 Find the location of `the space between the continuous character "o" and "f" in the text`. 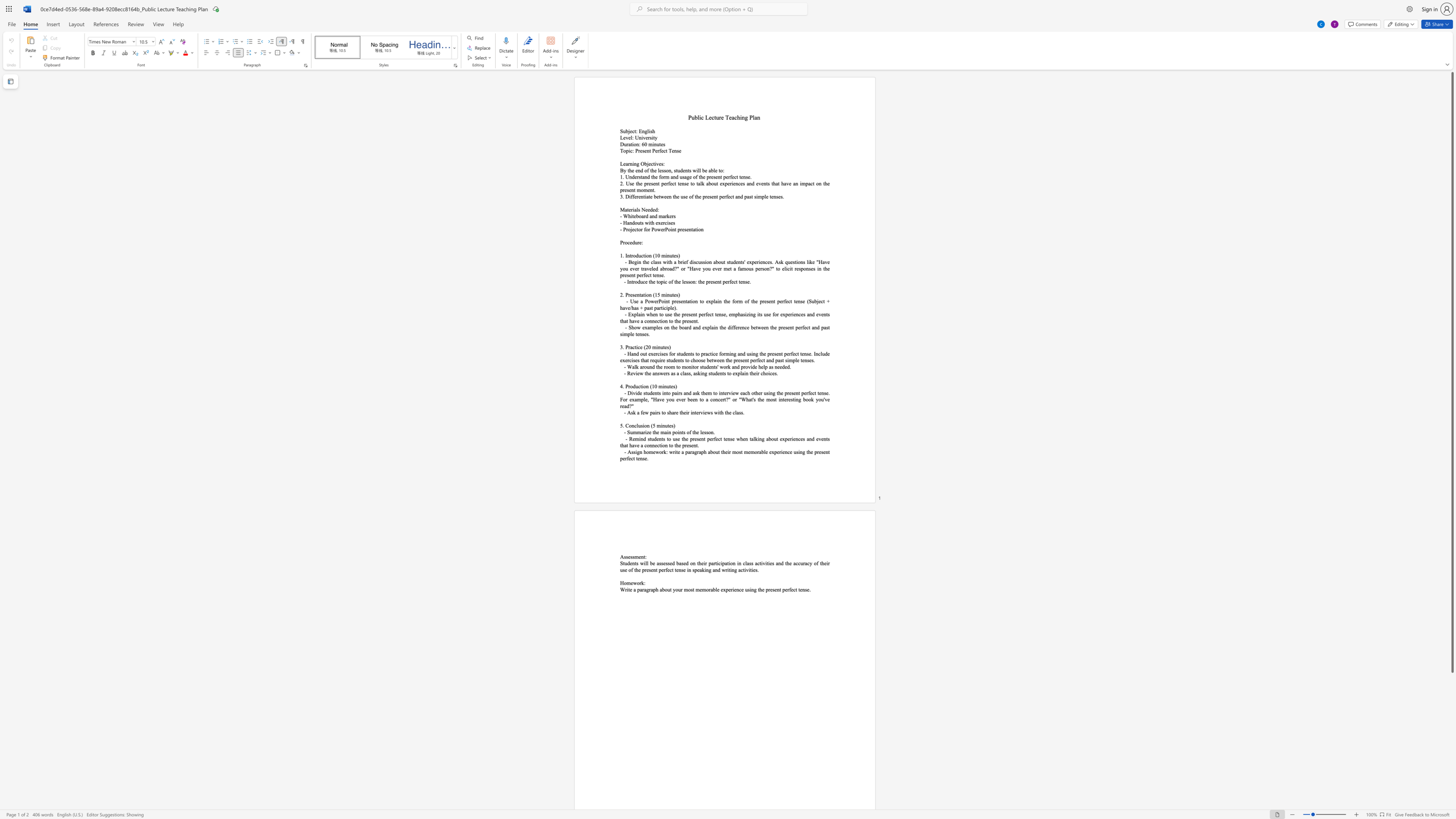

the space between the continuous character "o" and "f" in the text is located at coordinates (689, 432).